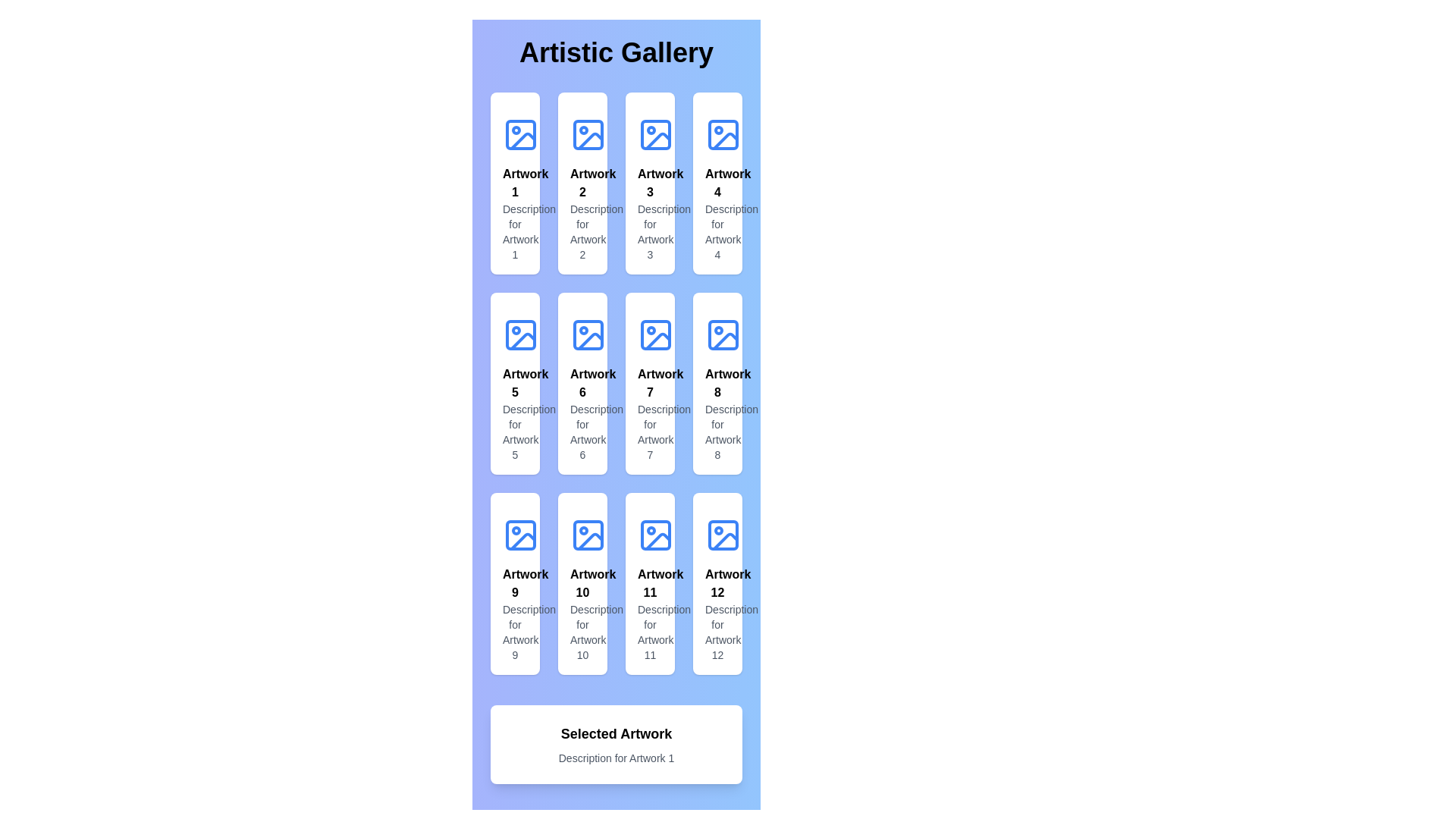 This screenshot has width=1456, height=819. What do you see at coordinates (655, 334) in the screenshot?
I see `the decorative graphics or icon representing an image within the grid item for Artwork 7, located in the third column of the second row under 'Artistic Gallery'` at bounding box center [655, 334].